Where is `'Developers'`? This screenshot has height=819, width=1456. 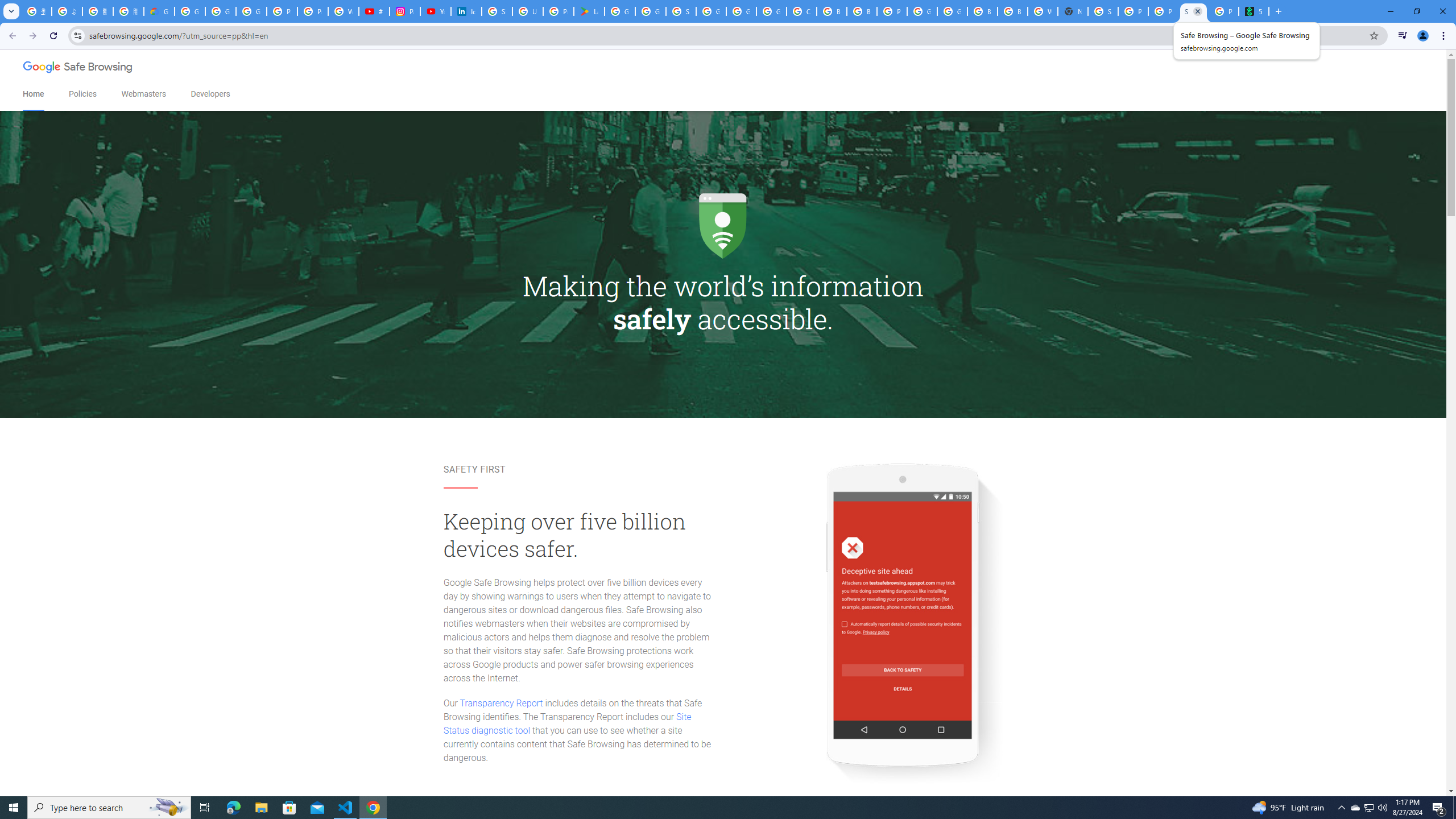
'Developers' is located at coordinates (209, 94).